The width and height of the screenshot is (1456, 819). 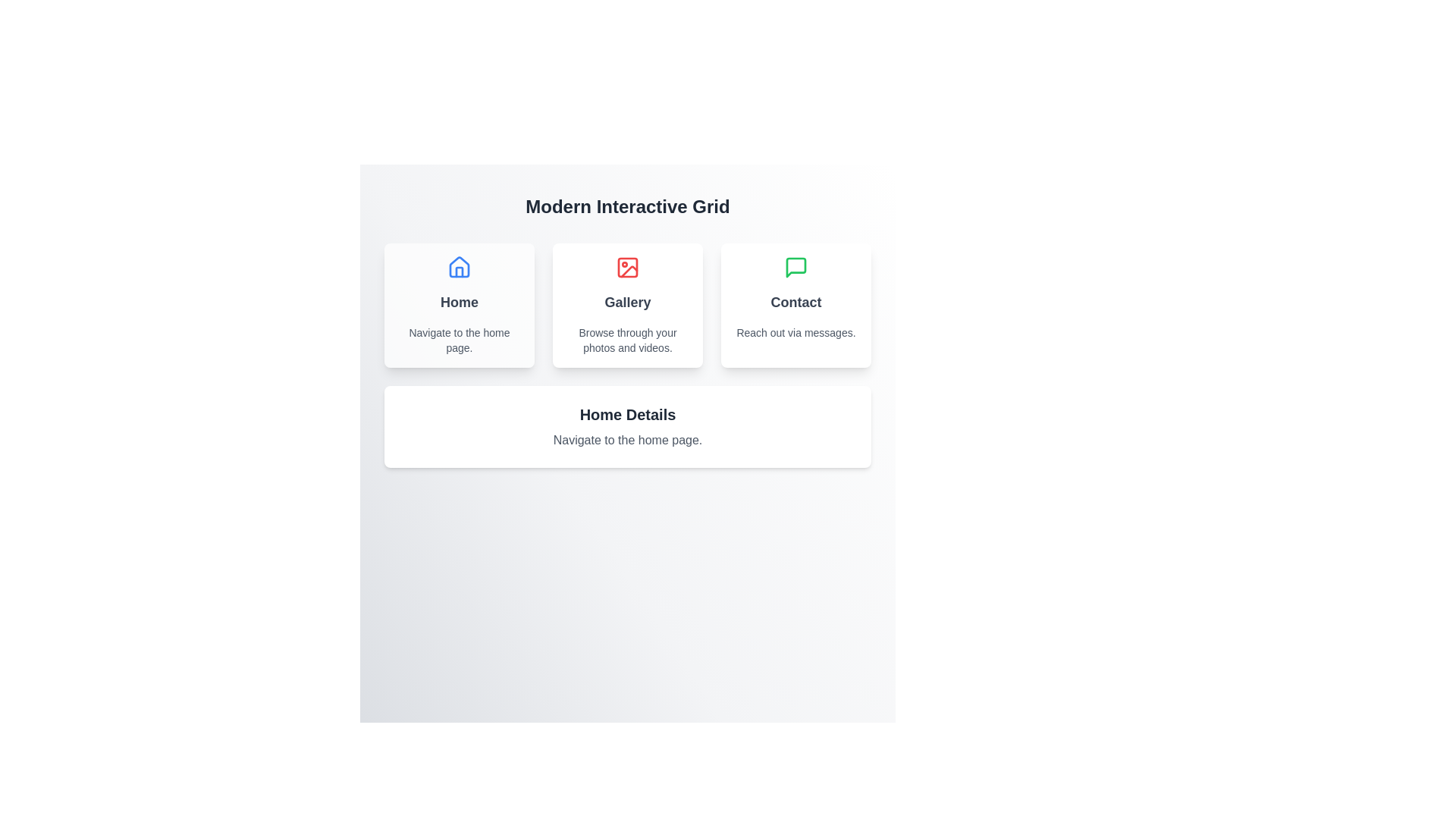 I want to click on the Informational card located at the bottom section of the layout, centered horizontally beneath the cards labeled 'Home', 'Gallery', and 'Contact', so click(x=628, y=427).